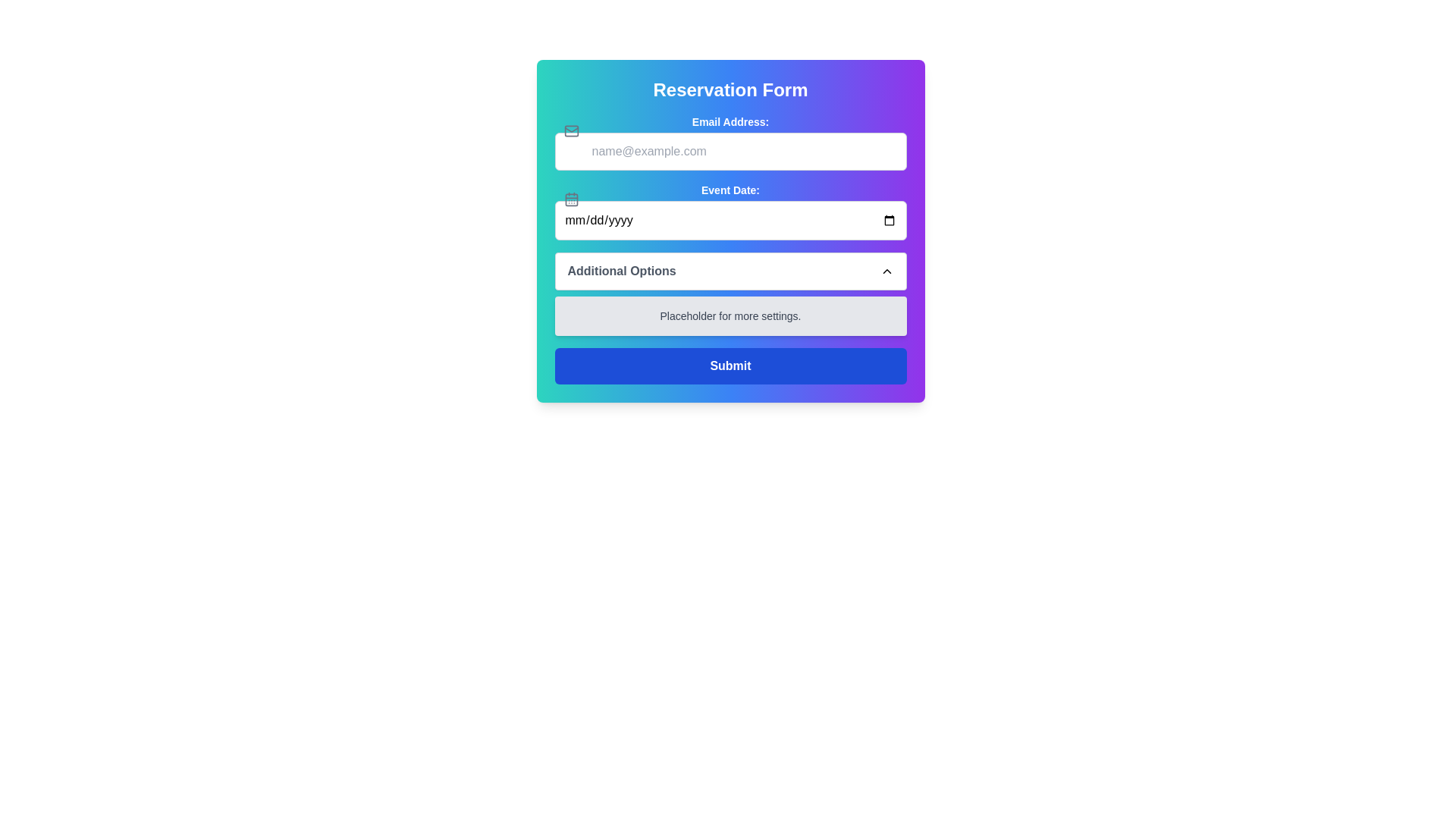  I want to click on the label that provides a title for the email input field labeled 'name@example.com', positioned above it, so click(730, 121).